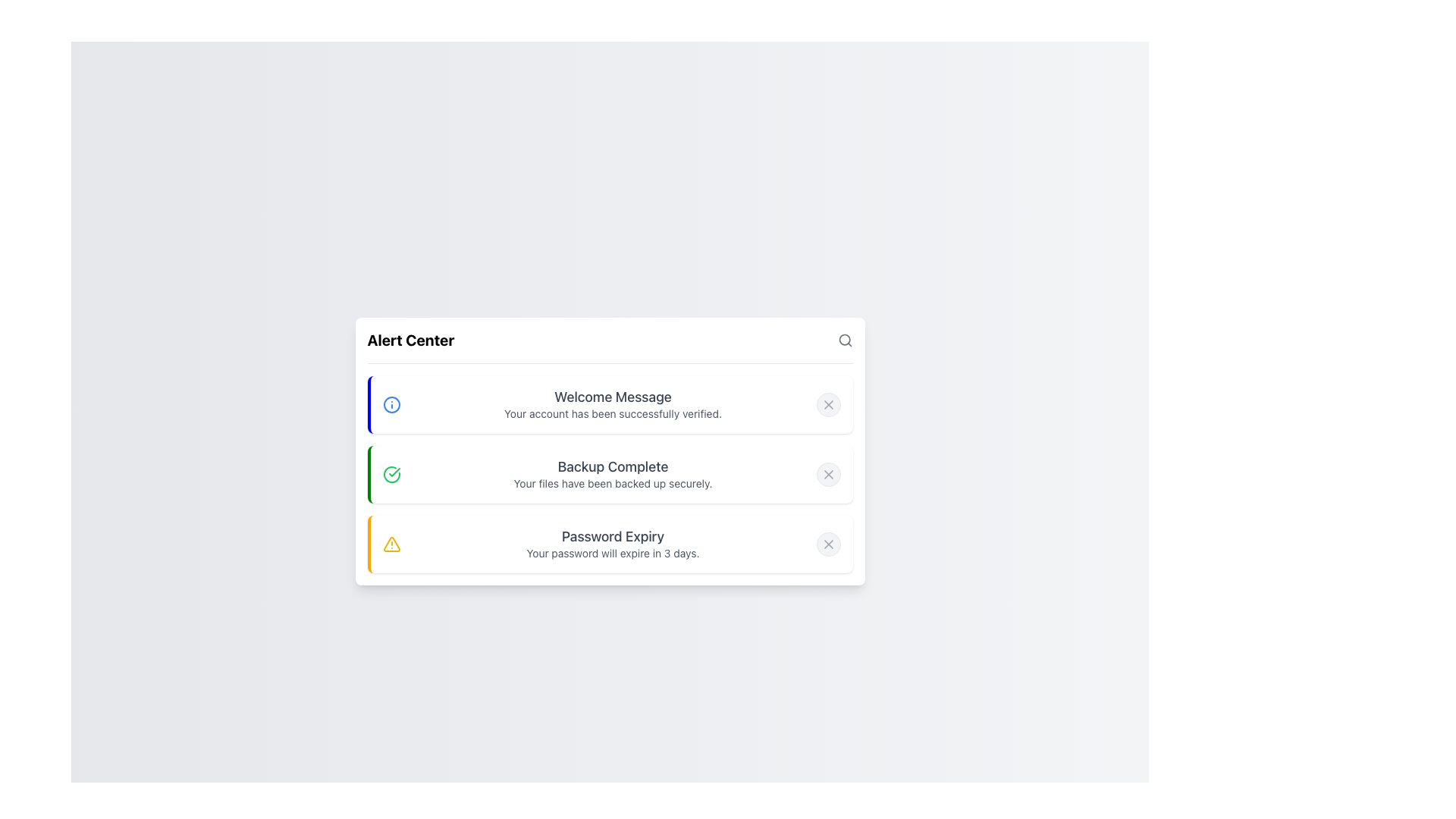 The height and width of the screenshot is (819, 1456). What do you see at coordinates (610, 450) in the screenshot?
I see `information from the Notification Card titled 'Backup Complete', which is the second item in the notifications list and contains a description stating 'Your files have been backed up securely'` at bounding box center [610, 450].